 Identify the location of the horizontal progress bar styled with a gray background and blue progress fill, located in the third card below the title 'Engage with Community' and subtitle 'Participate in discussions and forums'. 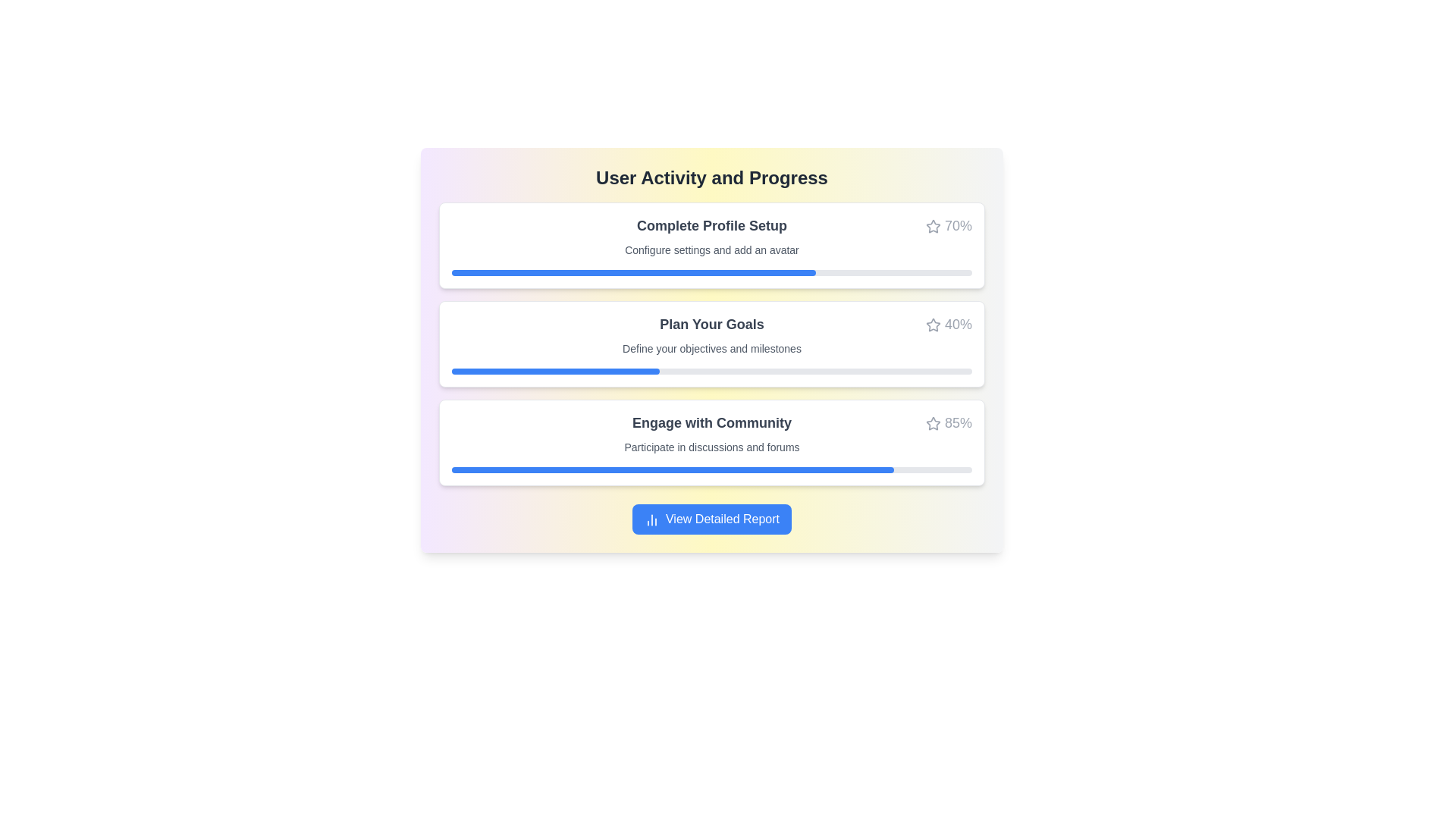
(711, 469).